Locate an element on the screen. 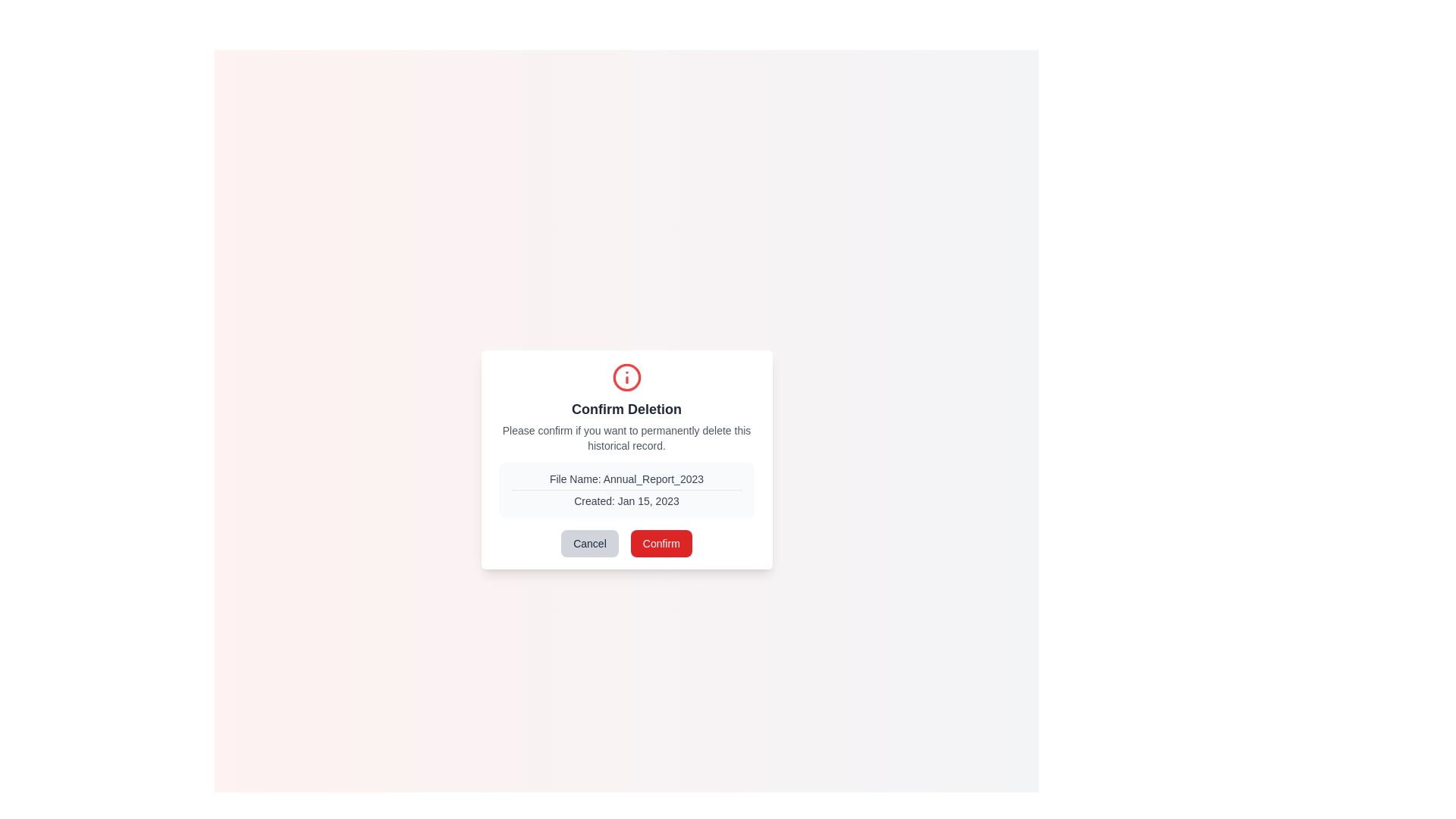  the text element that reads 'Please confirm if you want to permanently delete this historical record.' located below the title 'Confirm Deletion' in the deletion confirmation dialog is located at coordinates (626, 438).